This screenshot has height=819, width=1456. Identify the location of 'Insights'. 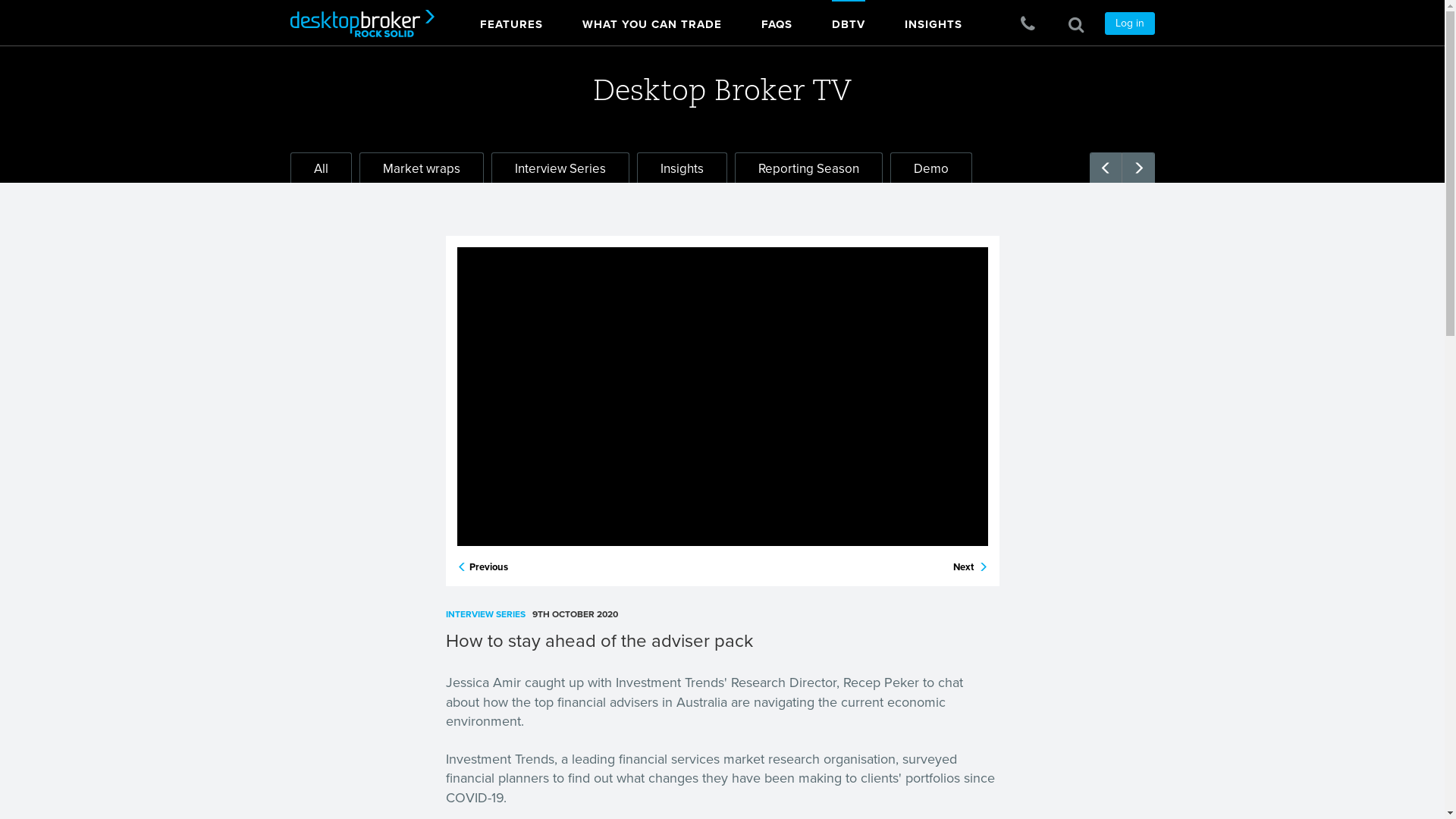
(681, 167).